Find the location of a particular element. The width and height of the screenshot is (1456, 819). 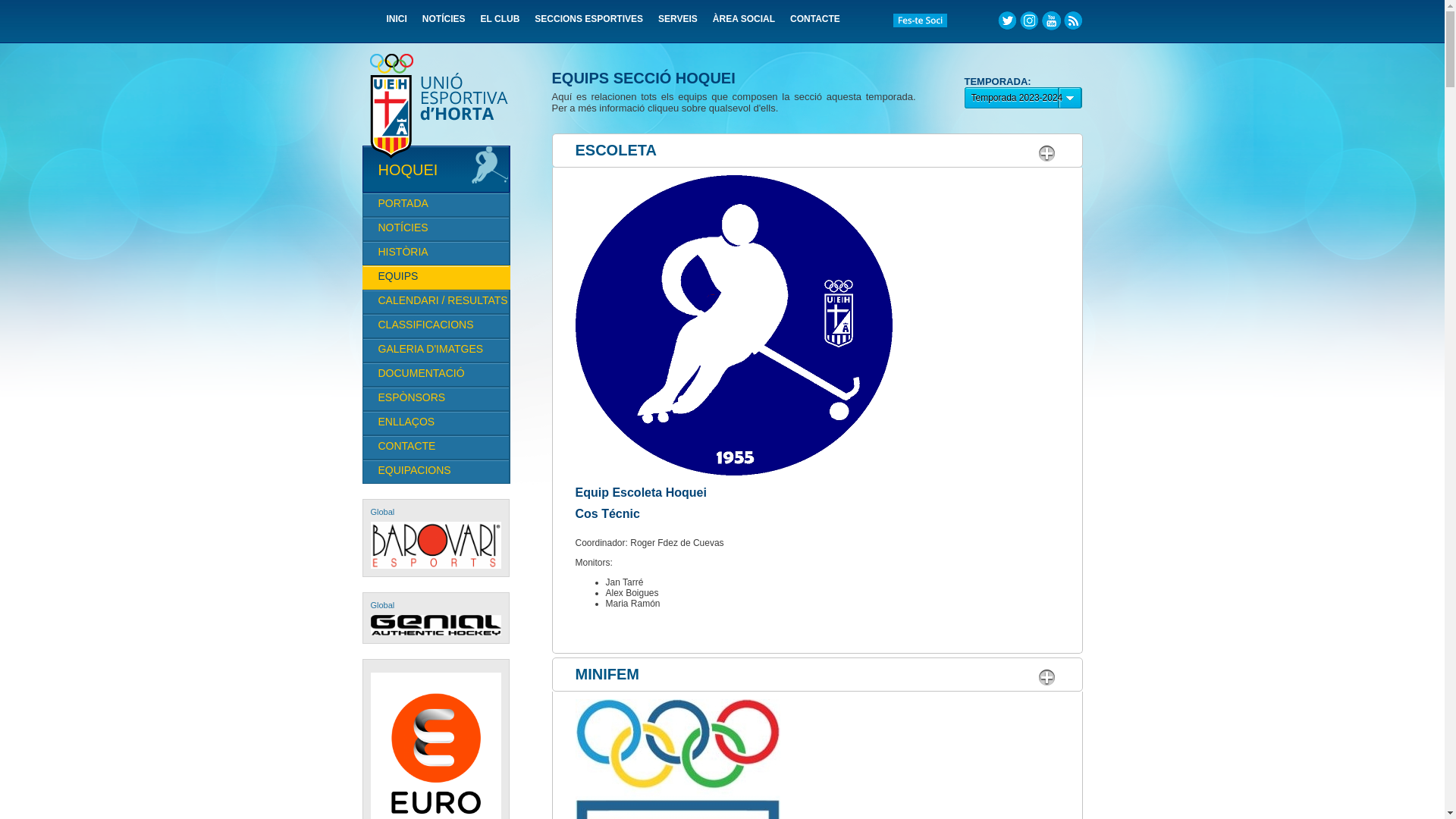

'CONTACTE' is located at coordinates (435, 447).